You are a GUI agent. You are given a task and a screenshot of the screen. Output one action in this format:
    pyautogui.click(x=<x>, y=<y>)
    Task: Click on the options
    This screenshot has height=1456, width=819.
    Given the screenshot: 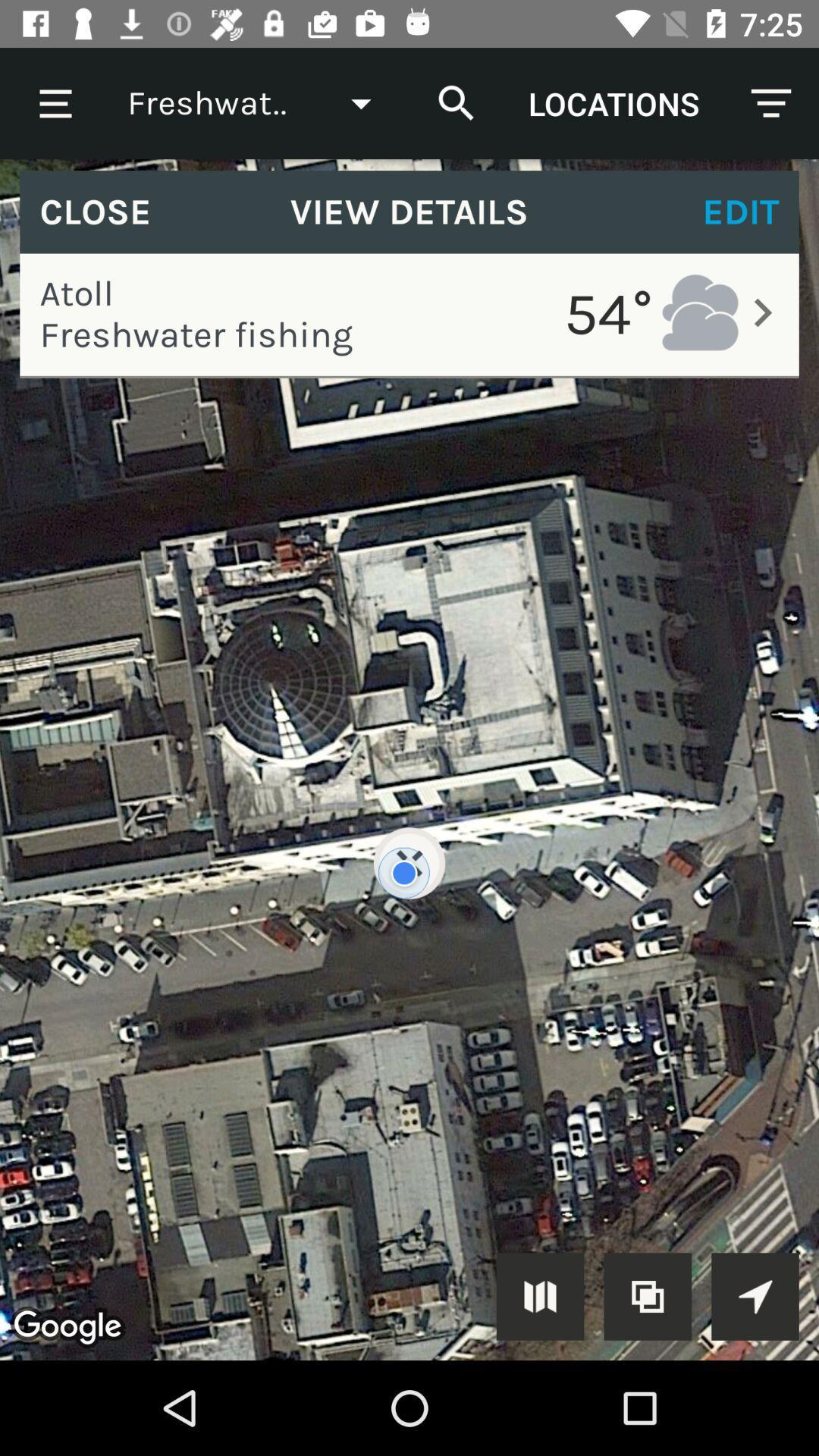 What is the action you would take?
    pyautogui.click(x=755, y=1295)
    